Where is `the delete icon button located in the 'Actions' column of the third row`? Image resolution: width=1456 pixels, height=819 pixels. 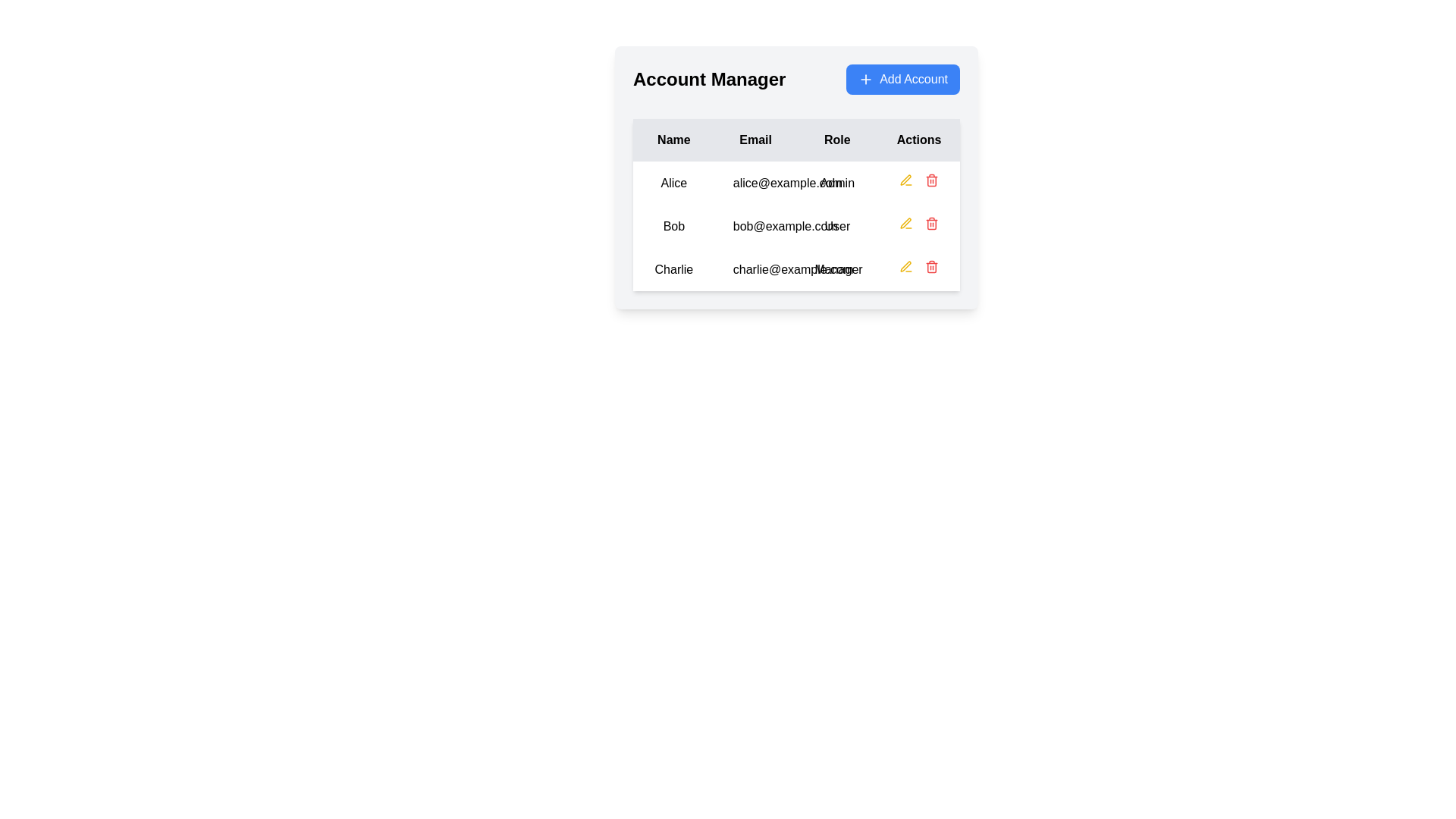 the delete icon button located in the 'Actions' column of the third row is located at coordinates (931, 265).